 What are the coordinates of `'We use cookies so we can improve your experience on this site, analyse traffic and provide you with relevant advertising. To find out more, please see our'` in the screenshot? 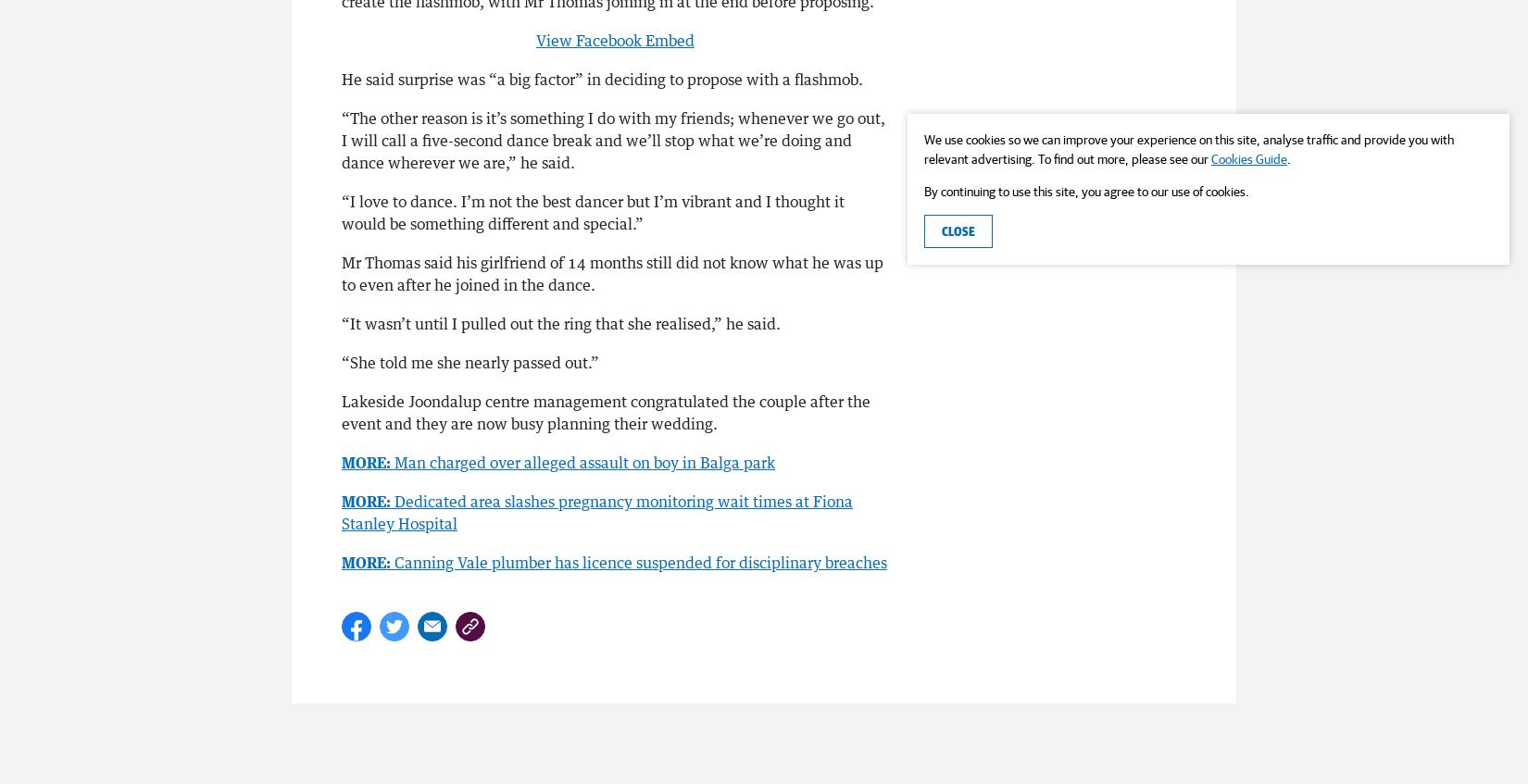 It's located at (1188, 147).